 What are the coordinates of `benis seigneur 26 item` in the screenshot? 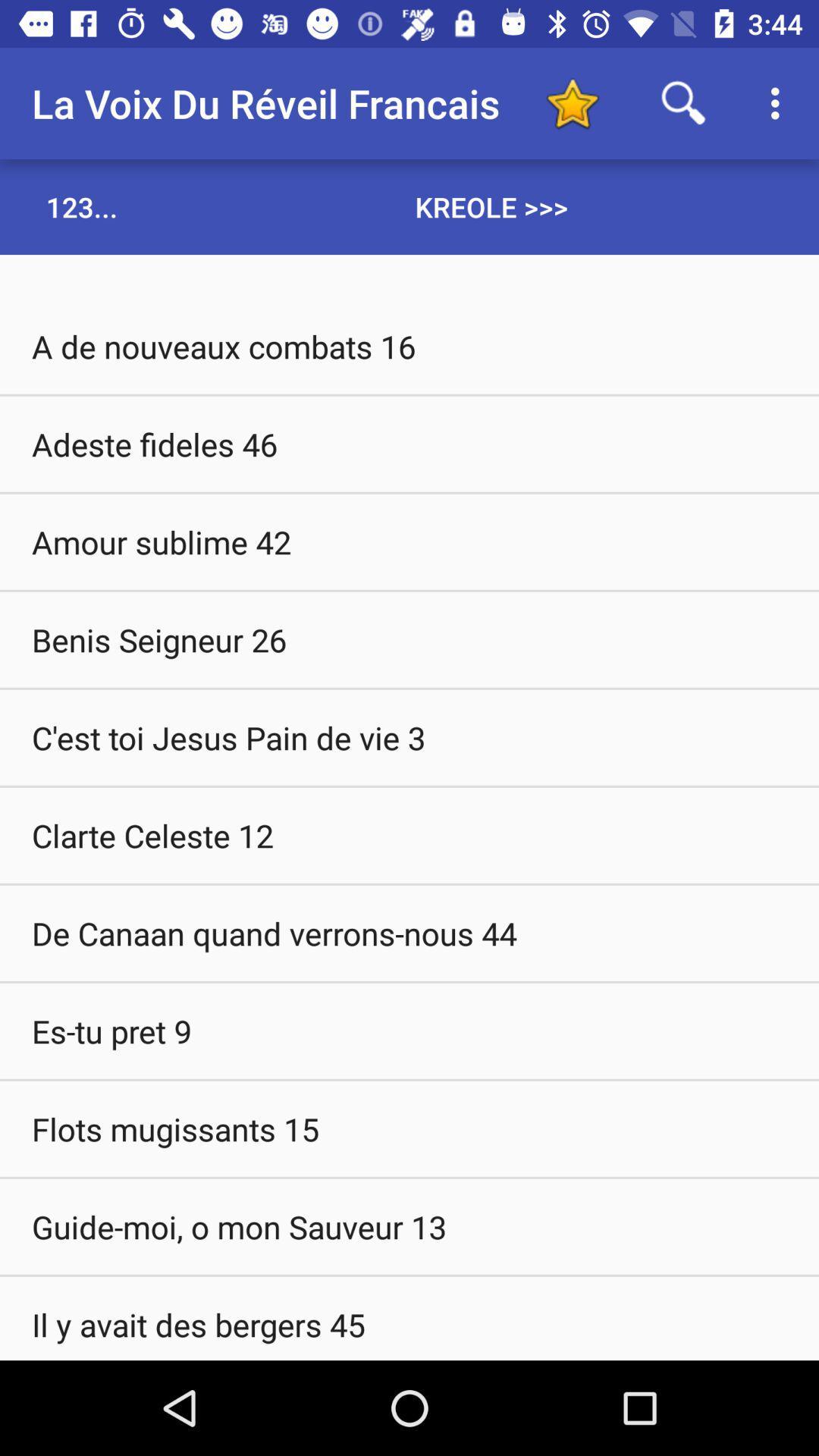 It's located at (409, 639).